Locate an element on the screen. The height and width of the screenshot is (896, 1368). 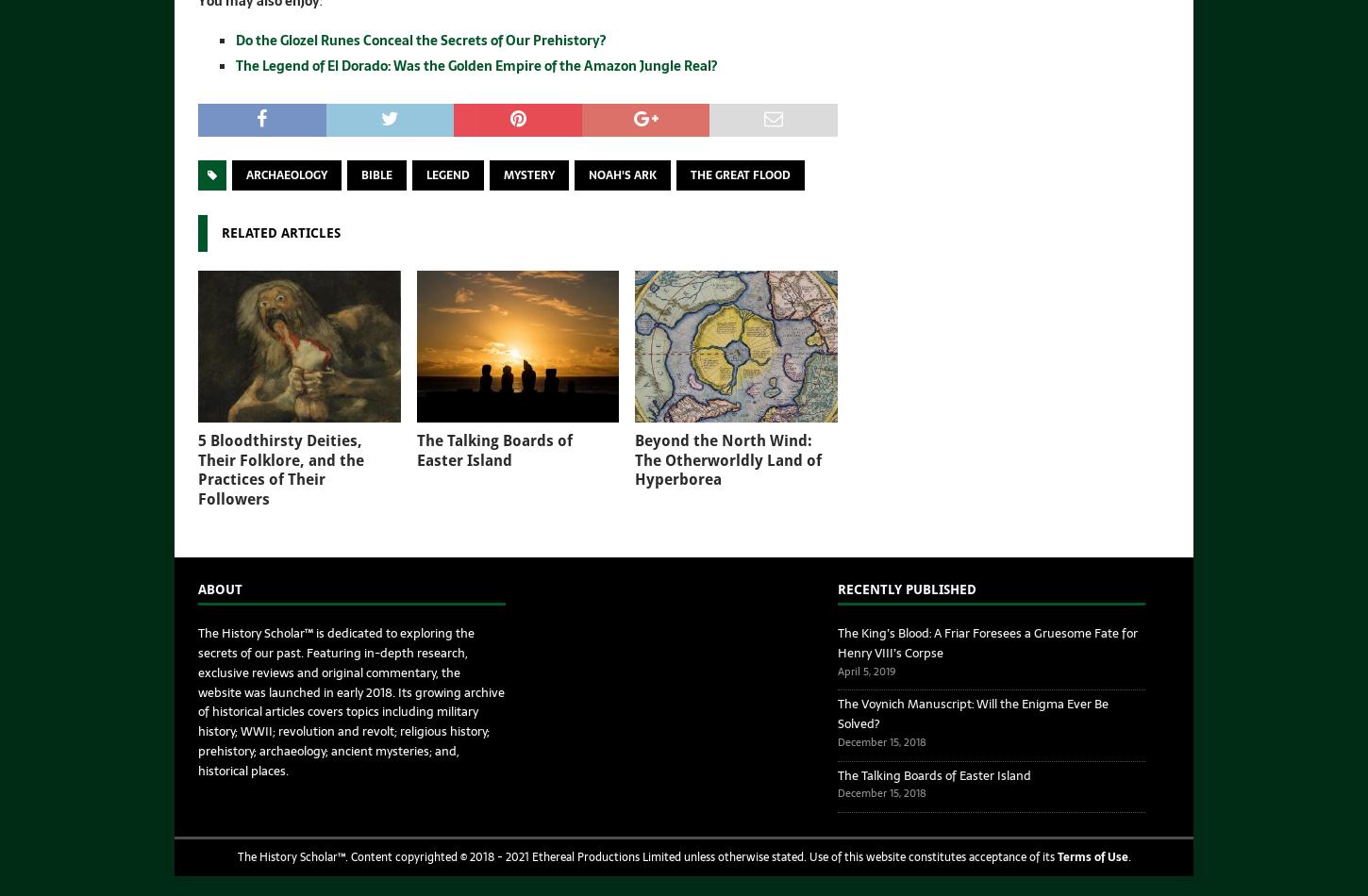
'Terms of Use' is located at coordinates (1091, 855).